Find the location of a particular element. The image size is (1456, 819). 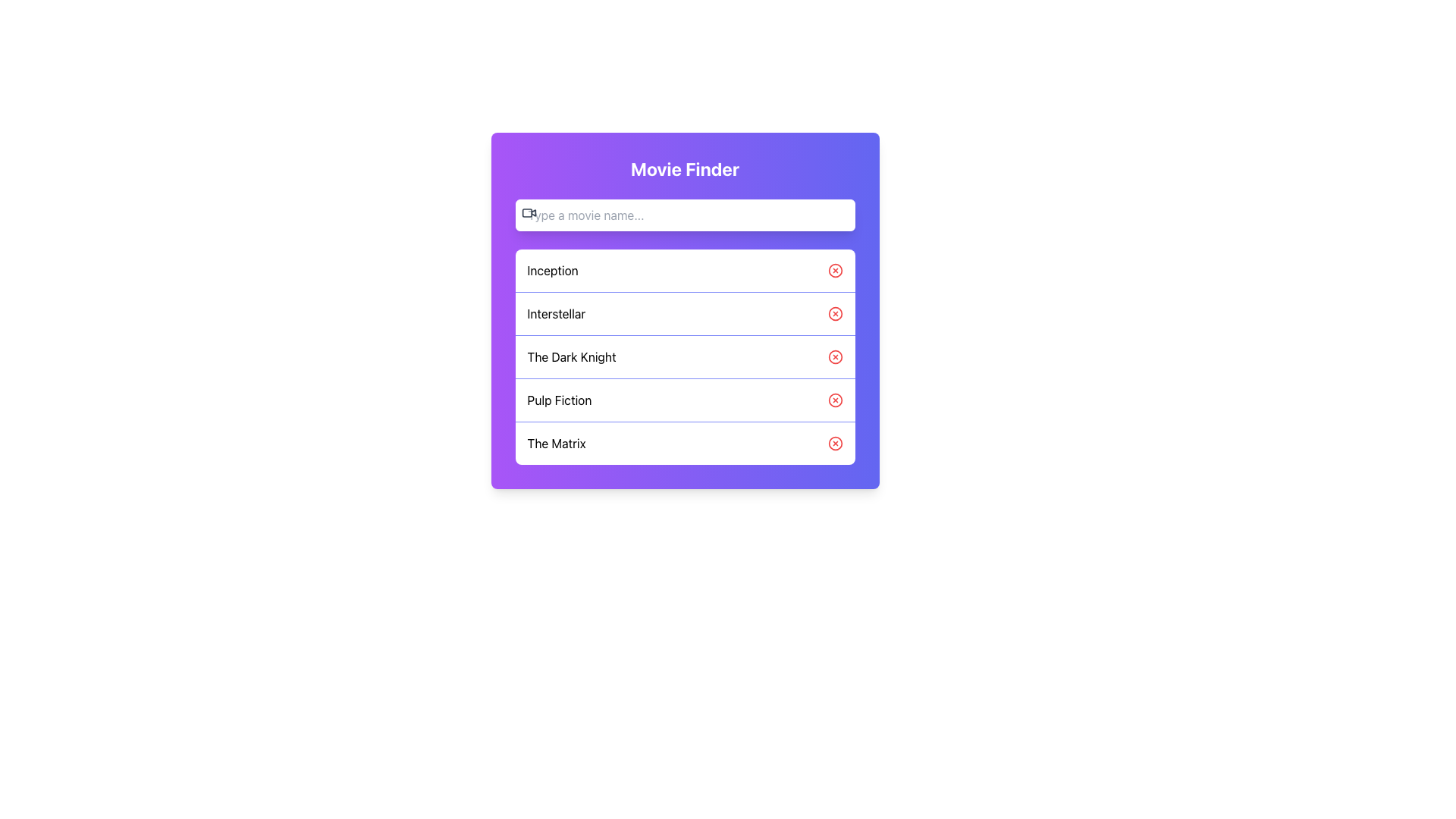

the deletion button for the 'Pulp Fiction' movie entry located at the far right of its row under the 'Movie Finder' header is located at coordinates (834, 400).